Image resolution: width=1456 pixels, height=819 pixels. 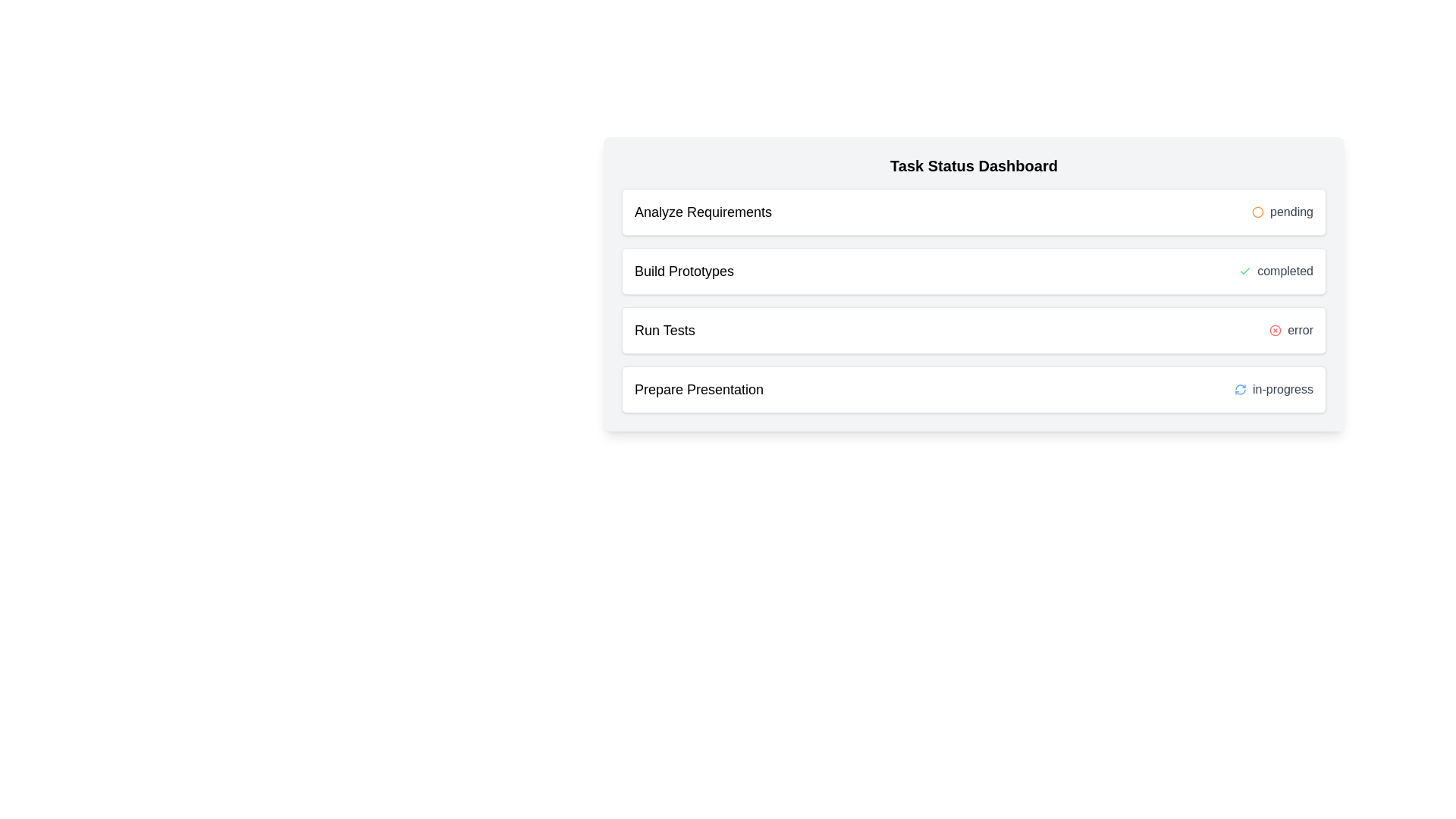 I want to click on the text label displaying the word 'error' located in the third row of the list under the 'Run Tests' task, positioned to the right of the red error icon, so click(x=1300, y=329).